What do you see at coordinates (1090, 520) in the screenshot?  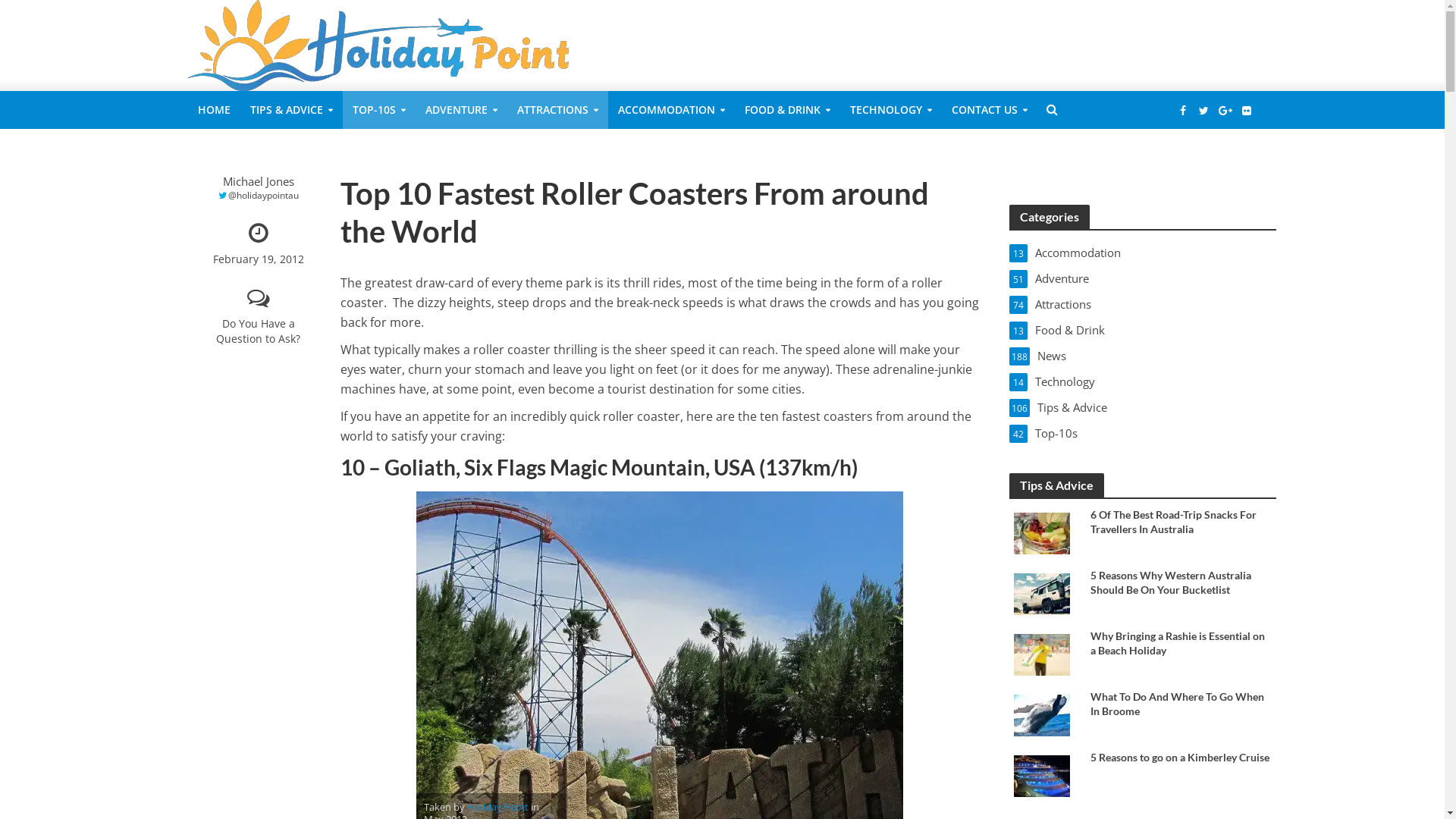 I see `'6 Of The Best Road-Trip Snacks For Travellers In Australia'` at bounding box center [1090, 520].